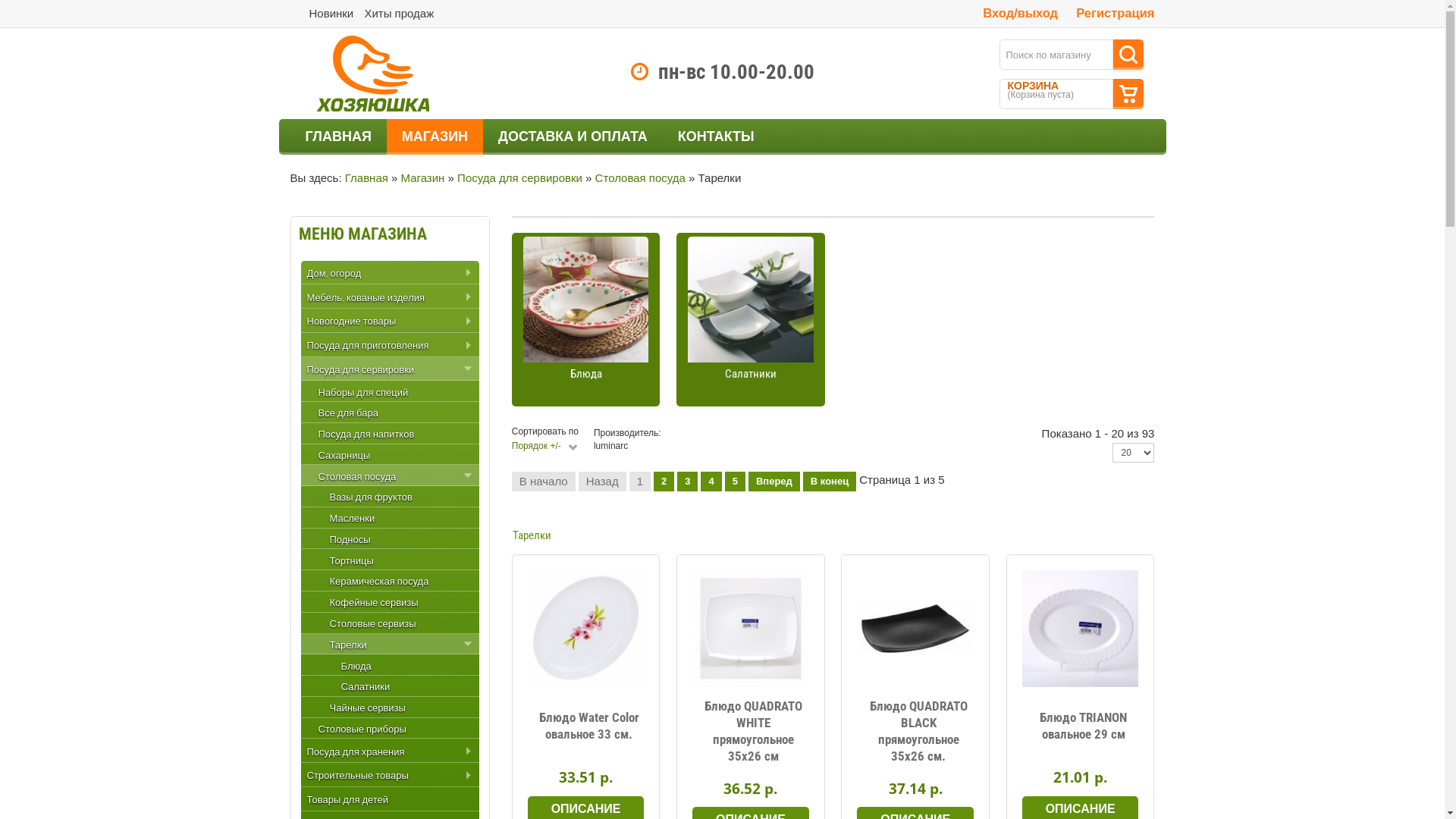 The width and height of the screenshot is (1456, 819). I want to click on '5', so click(735, 482).